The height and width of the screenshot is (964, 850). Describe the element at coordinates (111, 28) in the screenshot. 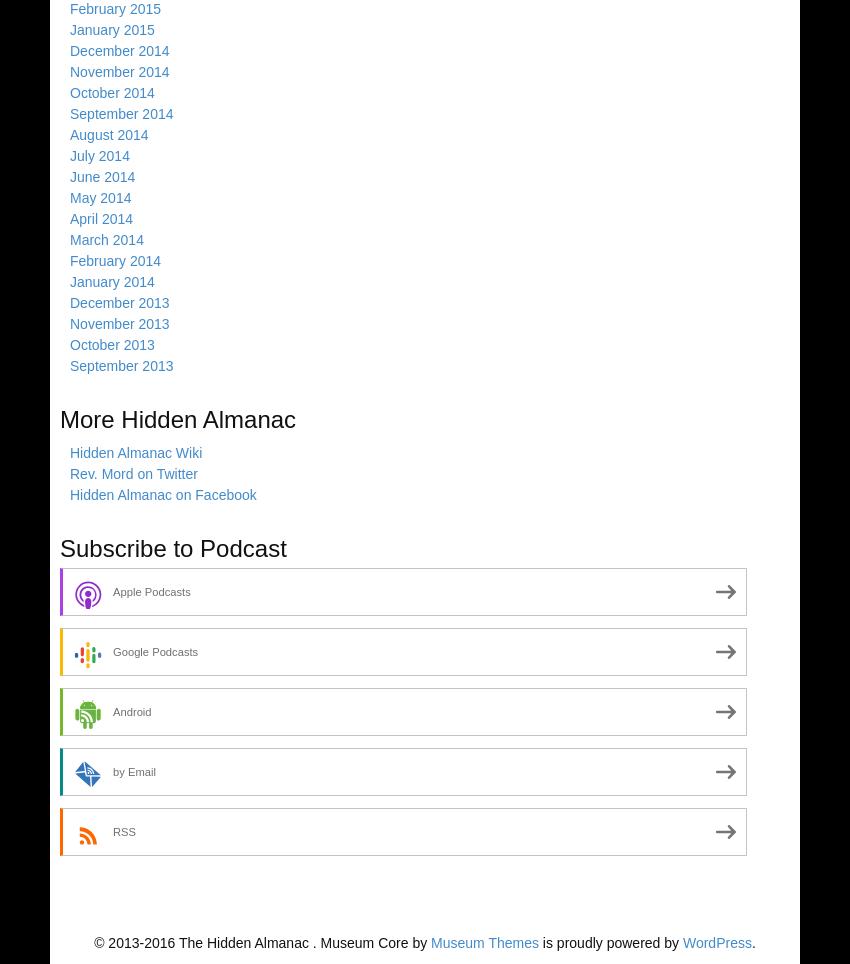

I see `'January 2015'` at that location.